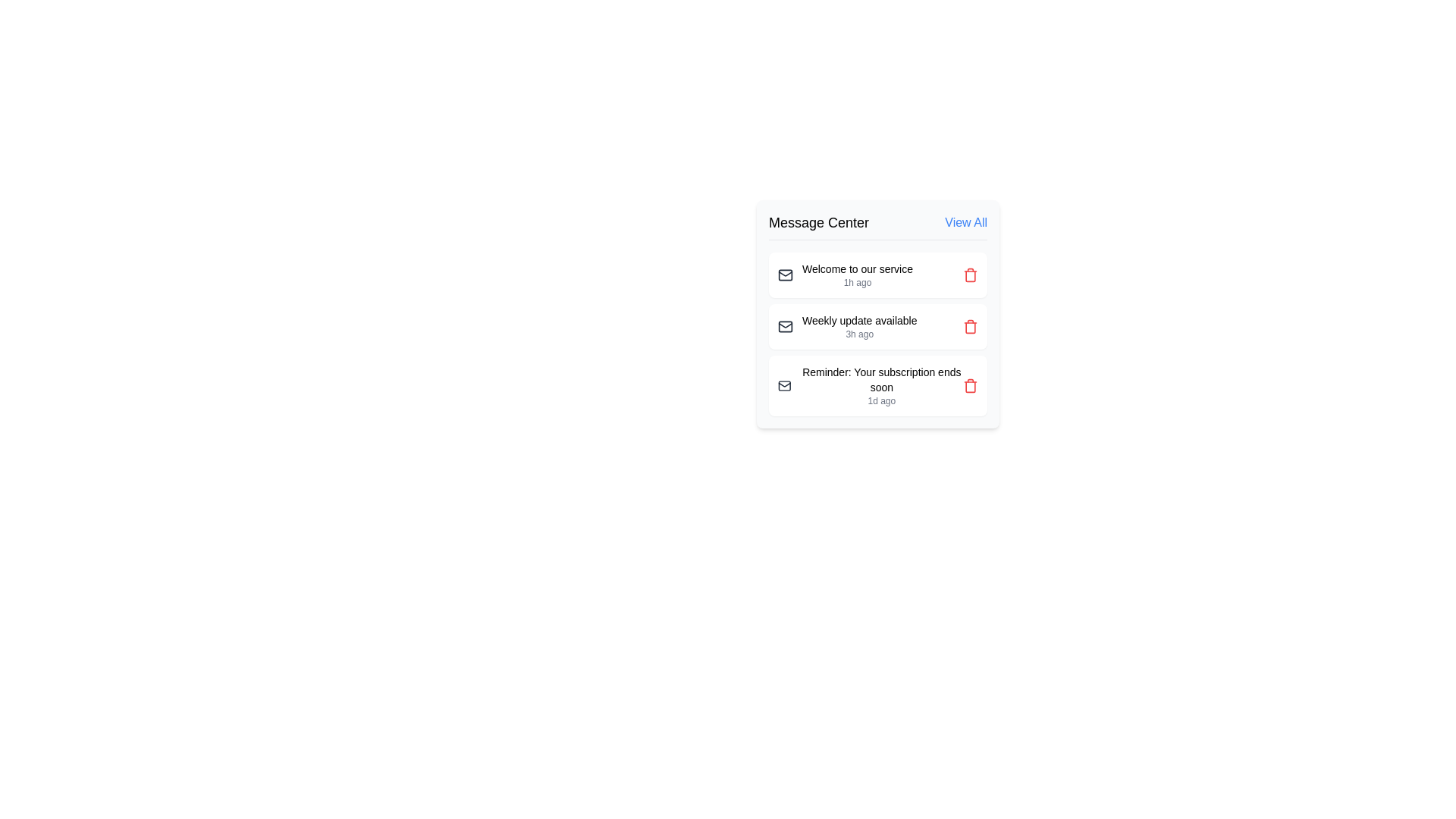 Image resolution: width=1456 pixels, height=819 pixels. What do you see at coordinates (844, 275) in the screenshot?
I see `the first notification list item below the 'Message Center' header` at bounding box center [844, 275].